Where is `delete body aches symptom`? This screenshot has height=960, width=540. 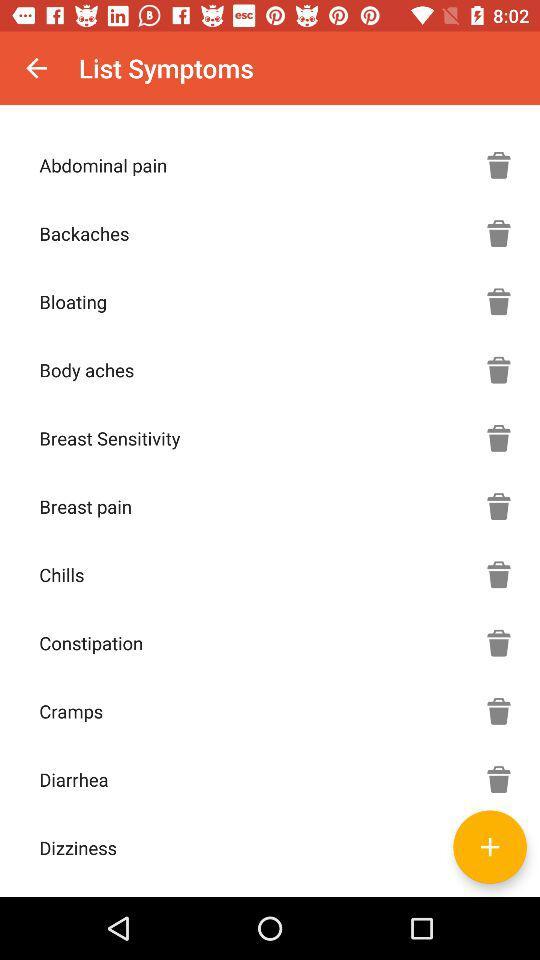 delete body aches symptom is located at coordinates (498, 369).